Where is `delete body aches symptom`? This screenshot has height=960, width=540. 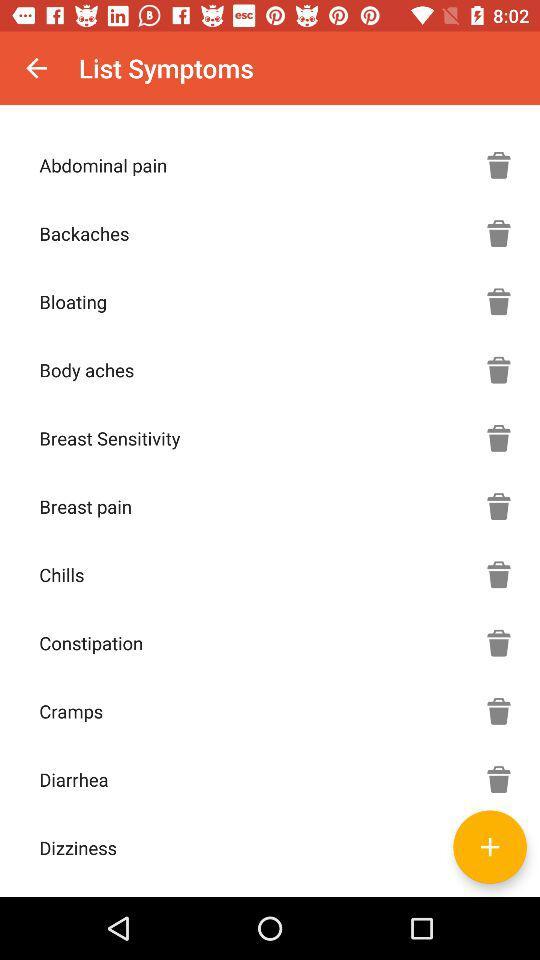 delete body aches symptom is located at coordinates (498, 369).